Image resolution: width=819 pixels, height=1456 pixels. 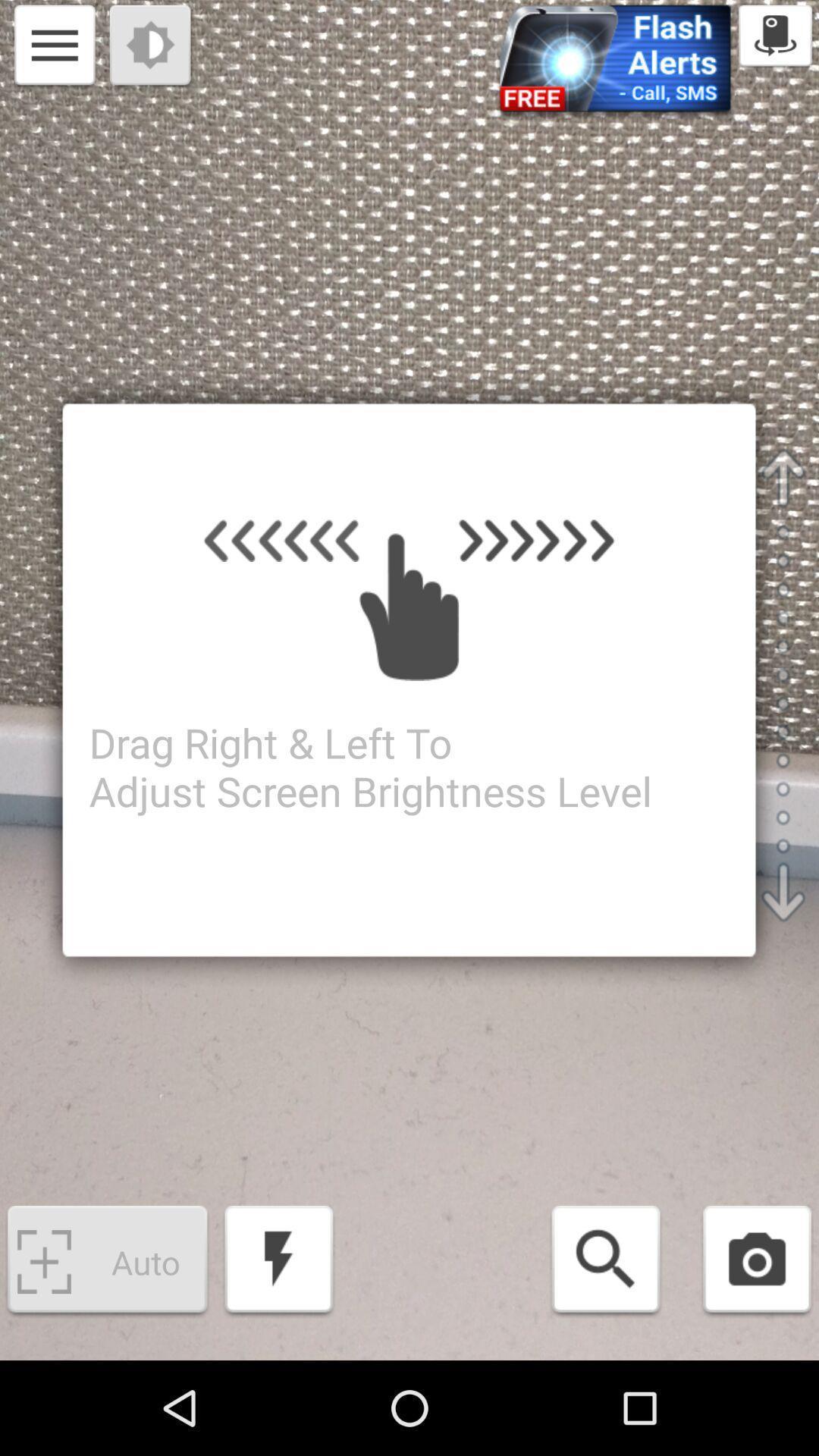 What do you see at coordinates (278, 1262) in the screenshot?
I see `flash on or off` at bounding box center [278, 1262].